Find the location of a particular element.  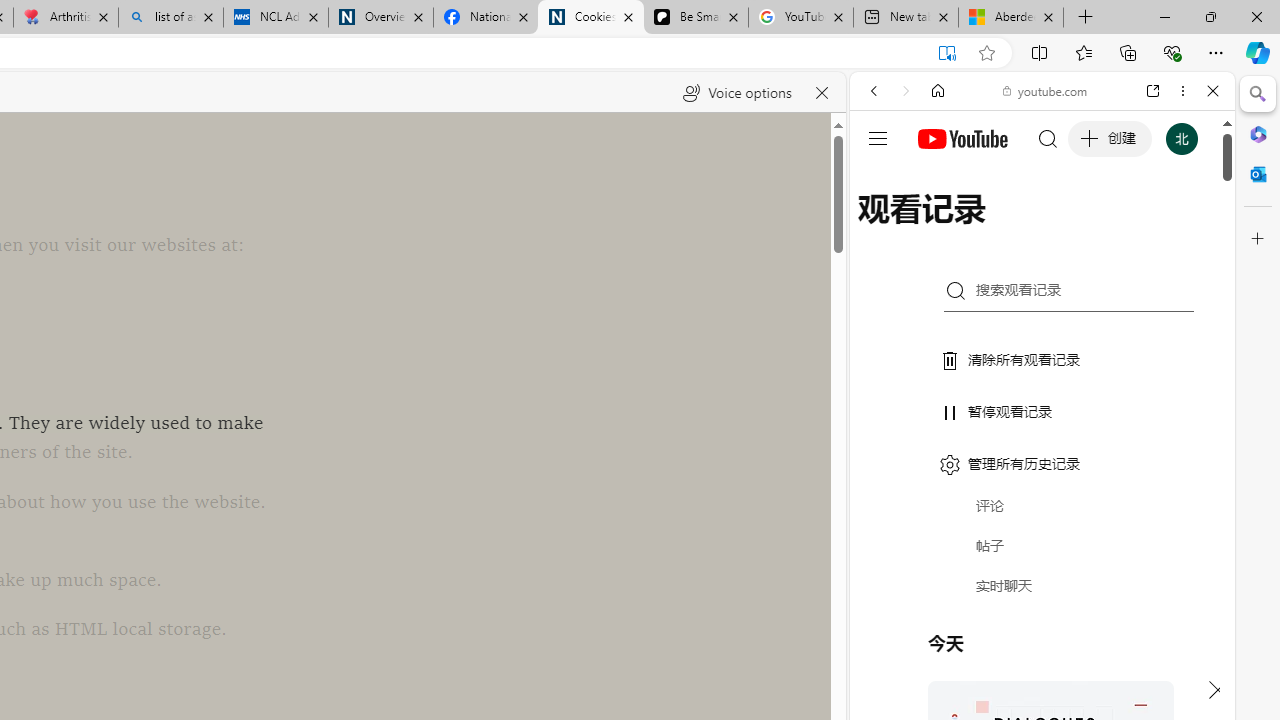

'Cookies' is located at coordinates (589, 17).